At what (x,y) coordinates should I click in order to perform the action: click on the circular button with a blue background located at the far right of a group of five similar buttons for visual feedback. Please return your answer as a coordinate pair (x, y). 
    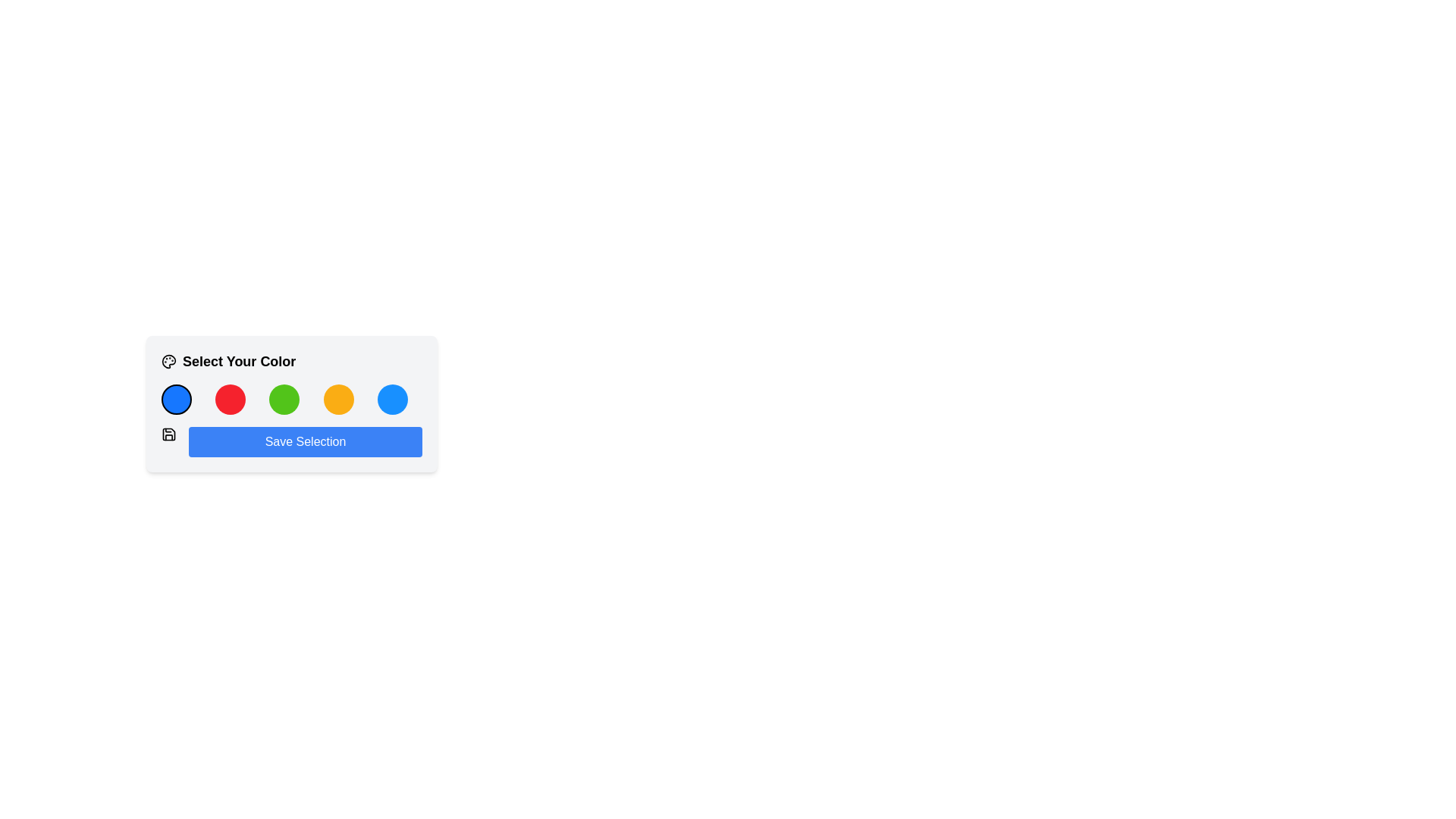
    Looking at the image, I should click on (392, 399).